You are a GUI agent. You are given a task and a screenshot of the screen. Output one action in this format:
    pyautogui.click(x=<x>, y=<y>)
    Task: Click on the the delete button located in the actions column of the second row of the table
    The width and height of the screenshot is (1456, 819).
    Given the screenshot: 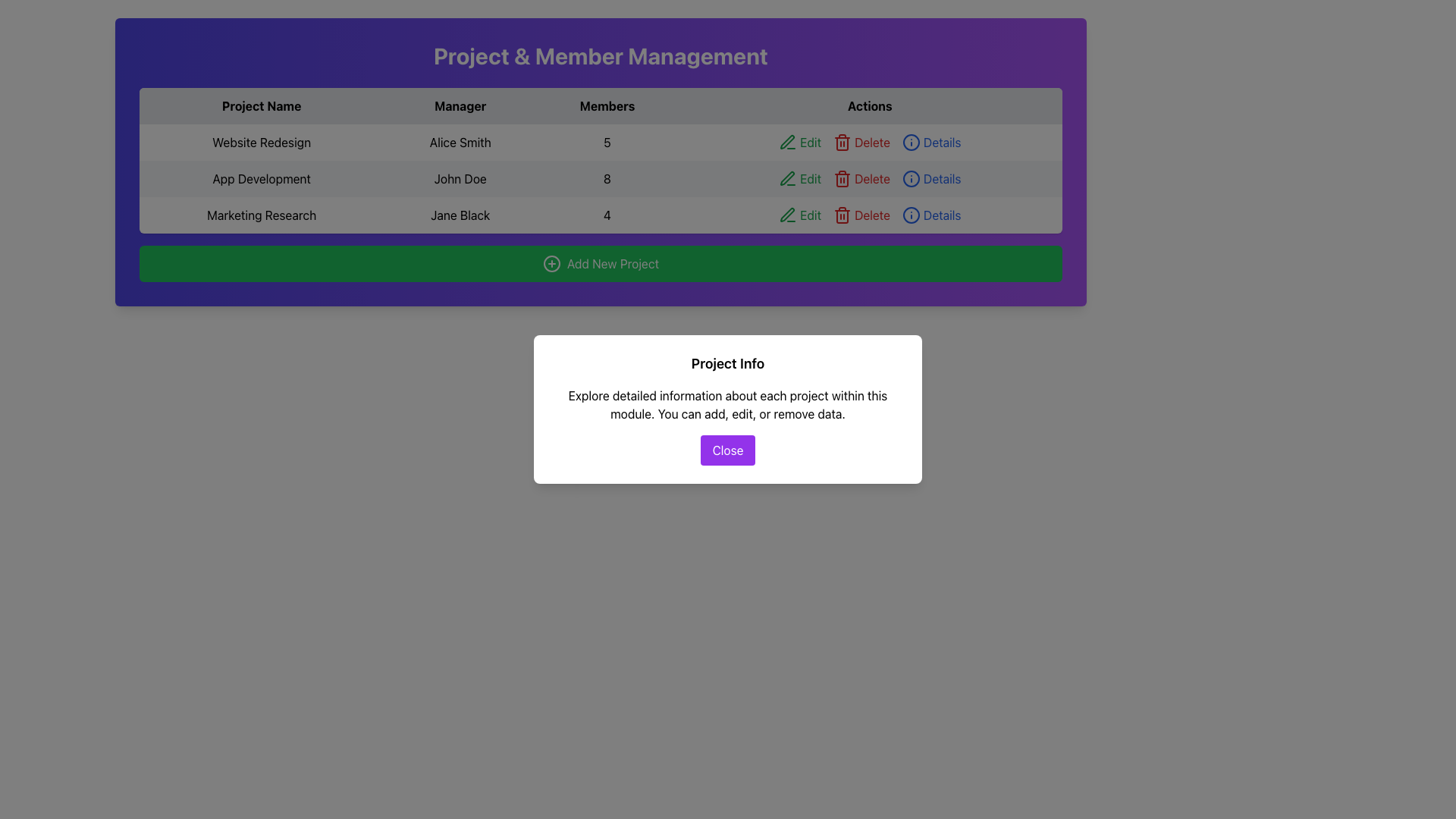 What is the action you would take?
    pyautogui.click(x=861, y=143)
    